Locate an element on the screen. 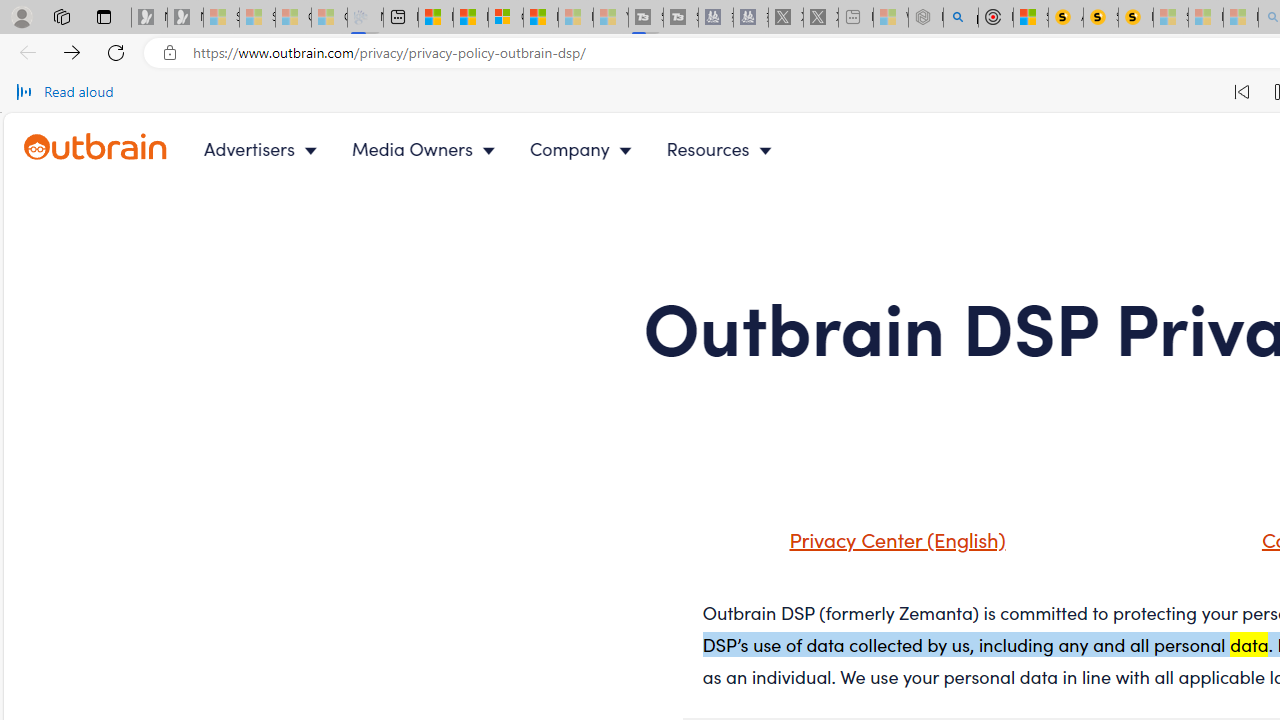 The width and height of the screenshot is (1280, 720). 'Company' is located at coordinates (584, 148).